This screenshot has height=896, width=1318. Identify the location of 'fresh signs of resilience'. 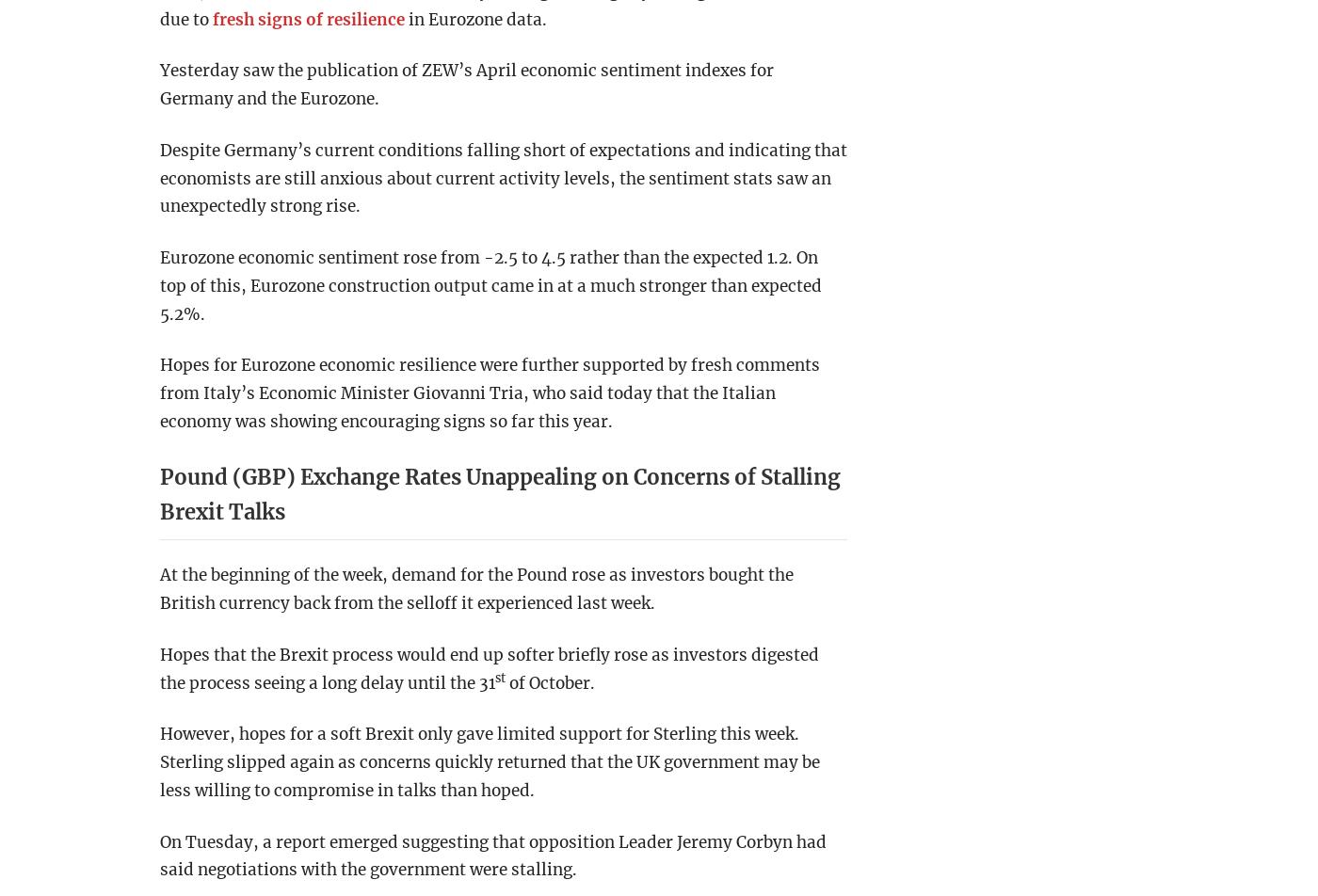
(309, 18).